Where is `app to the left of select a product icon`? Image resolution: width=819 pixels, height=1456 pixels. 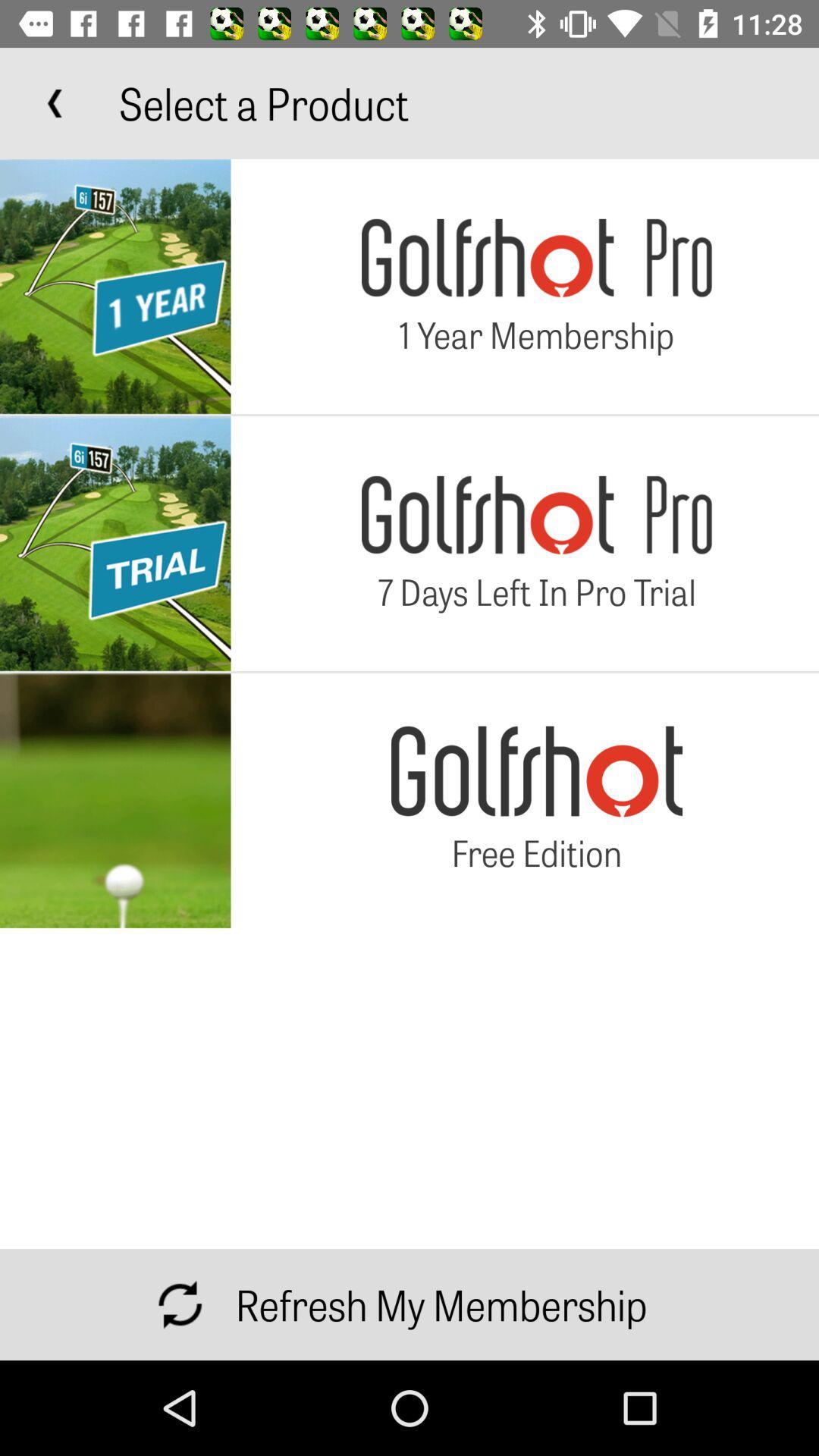
app to the left of select a product icon is located at coordinates (55, 102).